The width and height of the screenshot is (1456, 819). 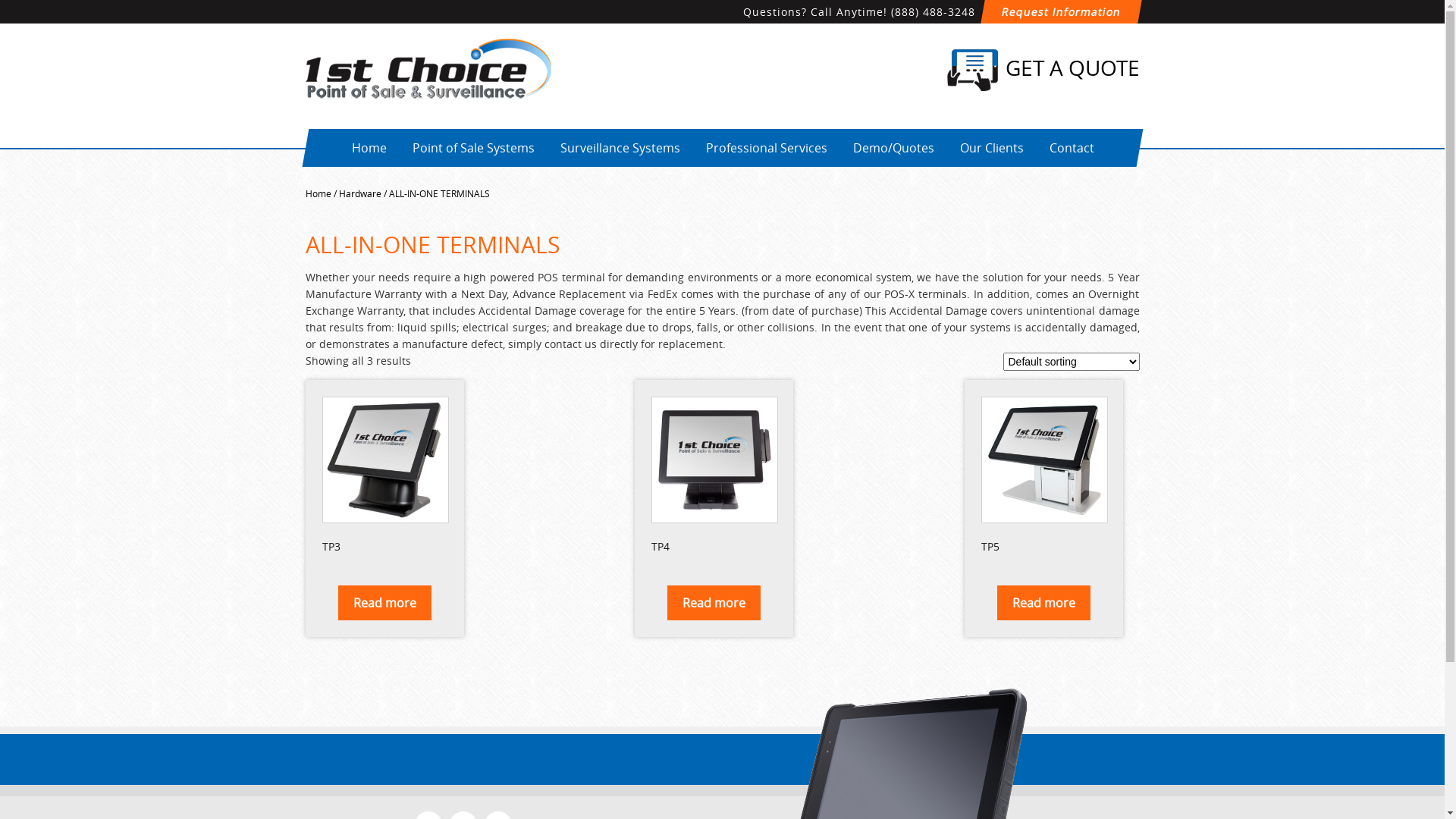 What do you see at coordinates (0, 0) in the screenshot?
I see `'Skip to primary navigation'` at bounding box center [0, 0].